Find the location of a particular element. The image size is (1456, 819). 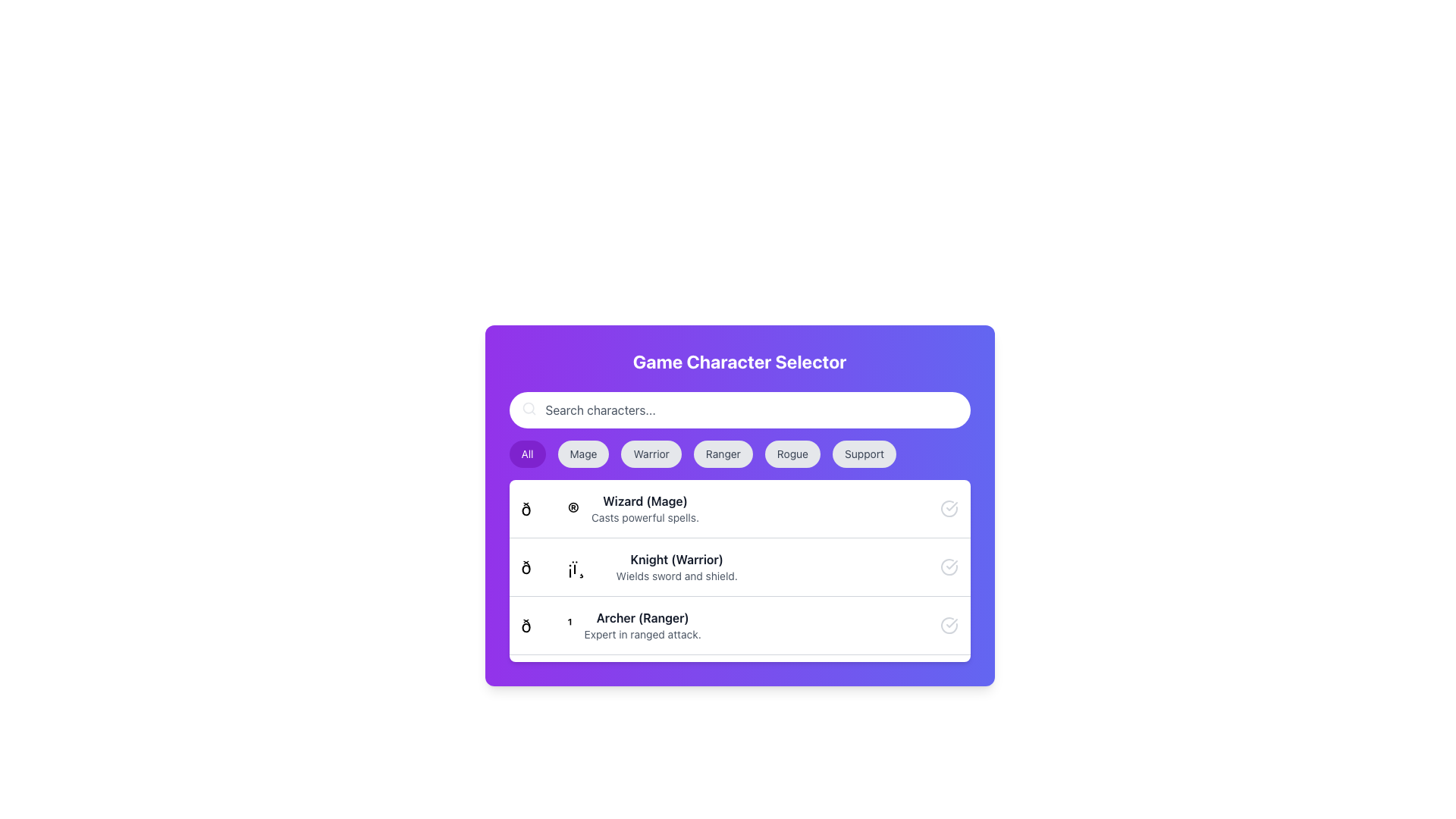

the sixth button in the category selectors row that filters 'Support'-related content is located at coordinates (864, 453).